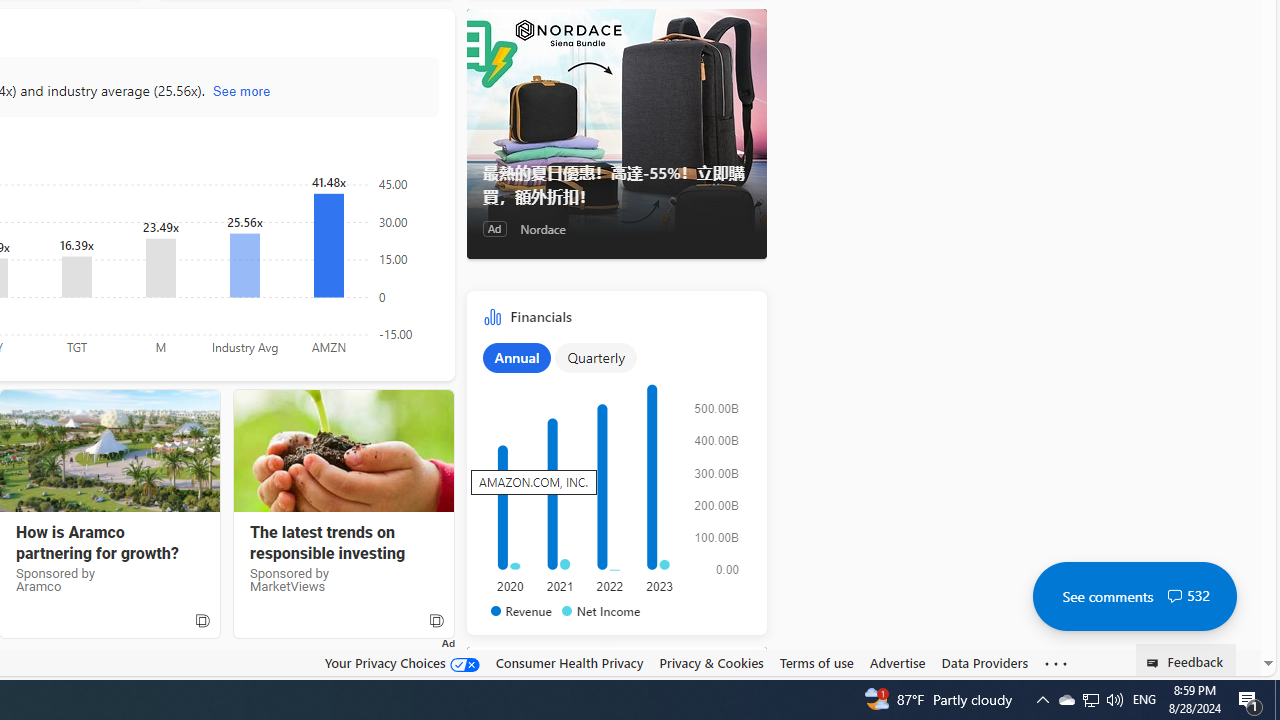  I want to click on 'Quarterly', so click(595, 356).